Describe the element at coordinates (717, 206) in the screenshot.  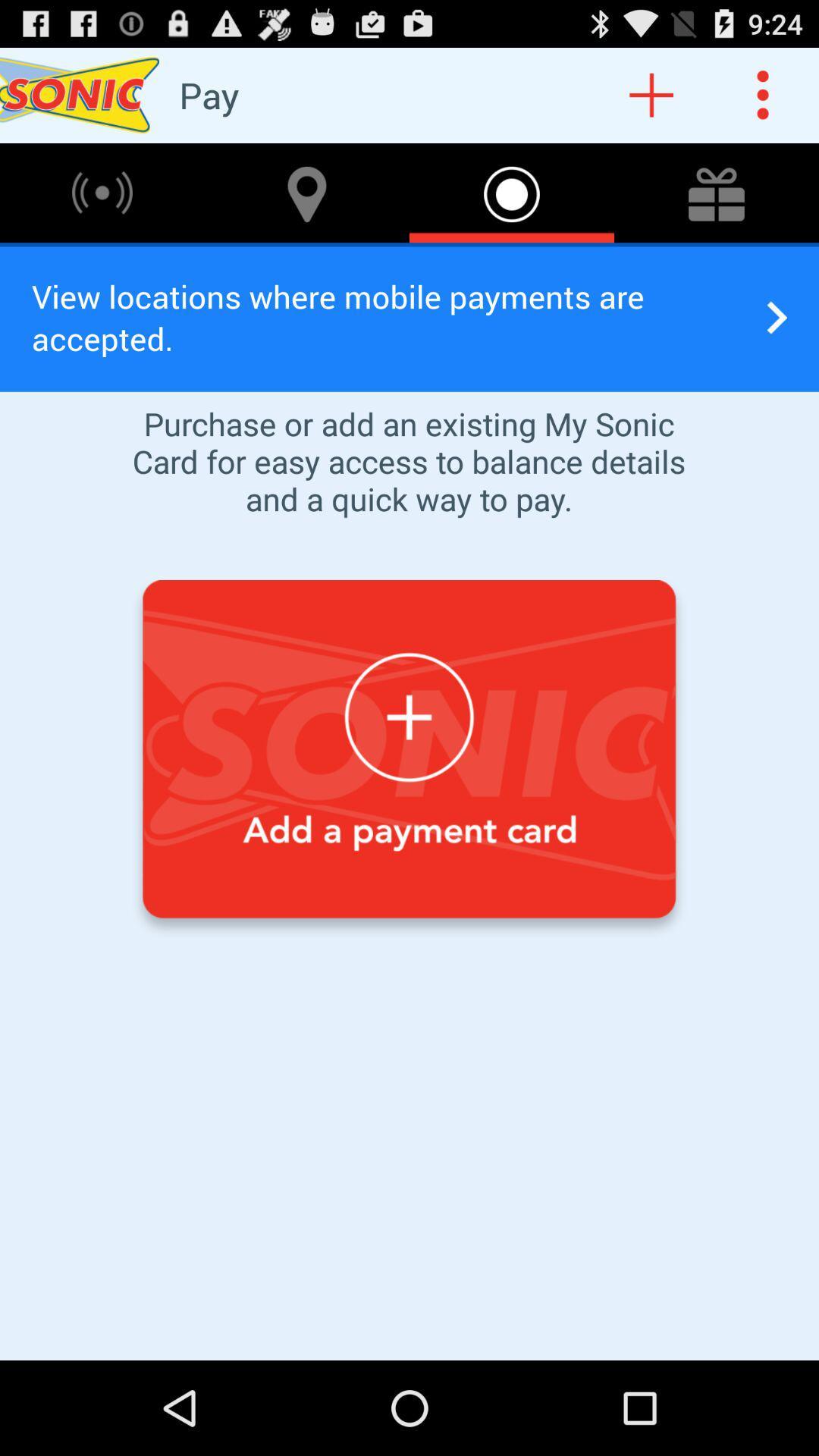
I see `the gift icon` at that location.